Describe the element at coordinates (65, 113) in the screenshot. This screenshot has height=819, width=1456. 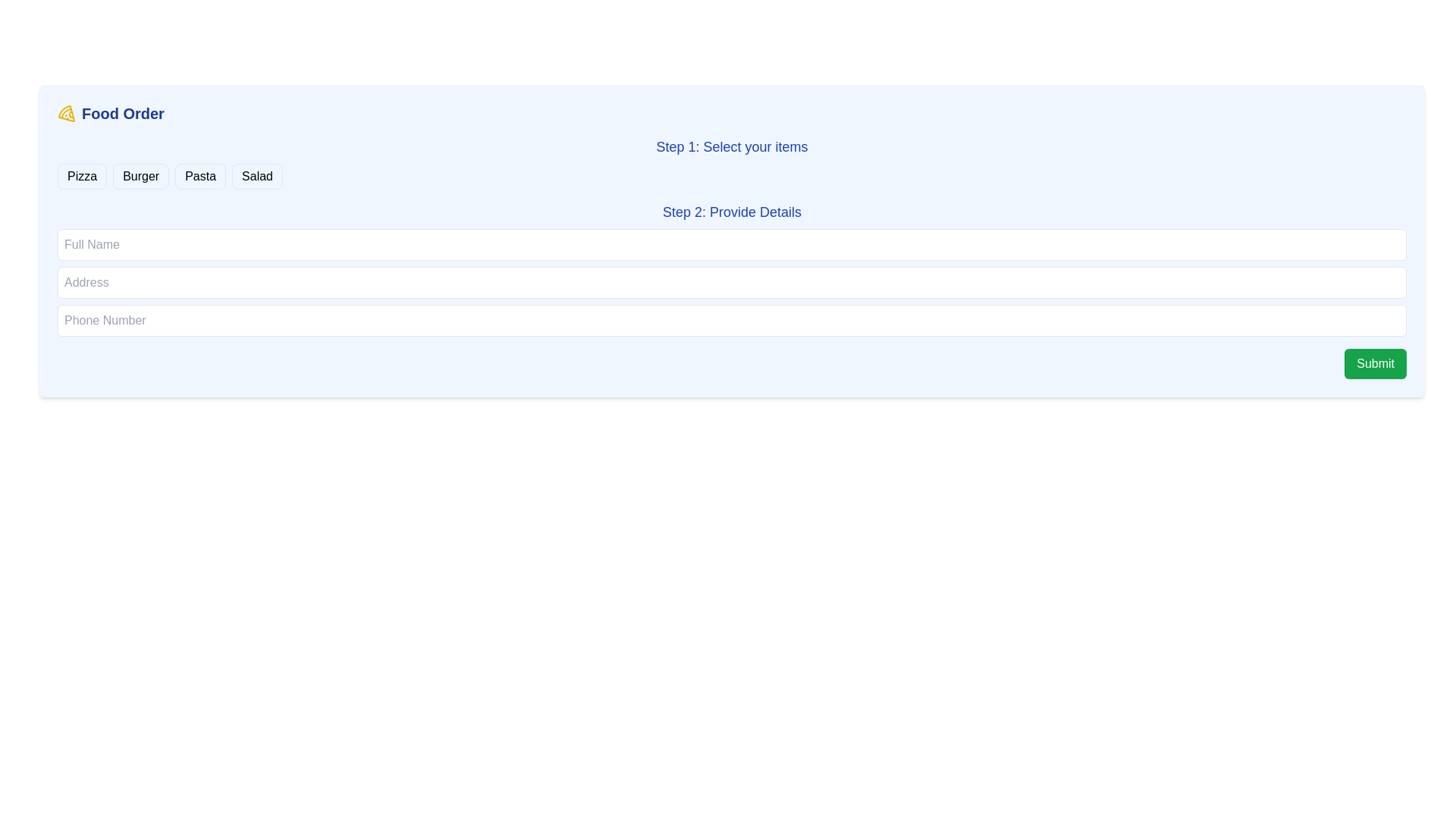
I see `the pizza slice icon located to the left of the 'Food Order' title in the header` at that location.